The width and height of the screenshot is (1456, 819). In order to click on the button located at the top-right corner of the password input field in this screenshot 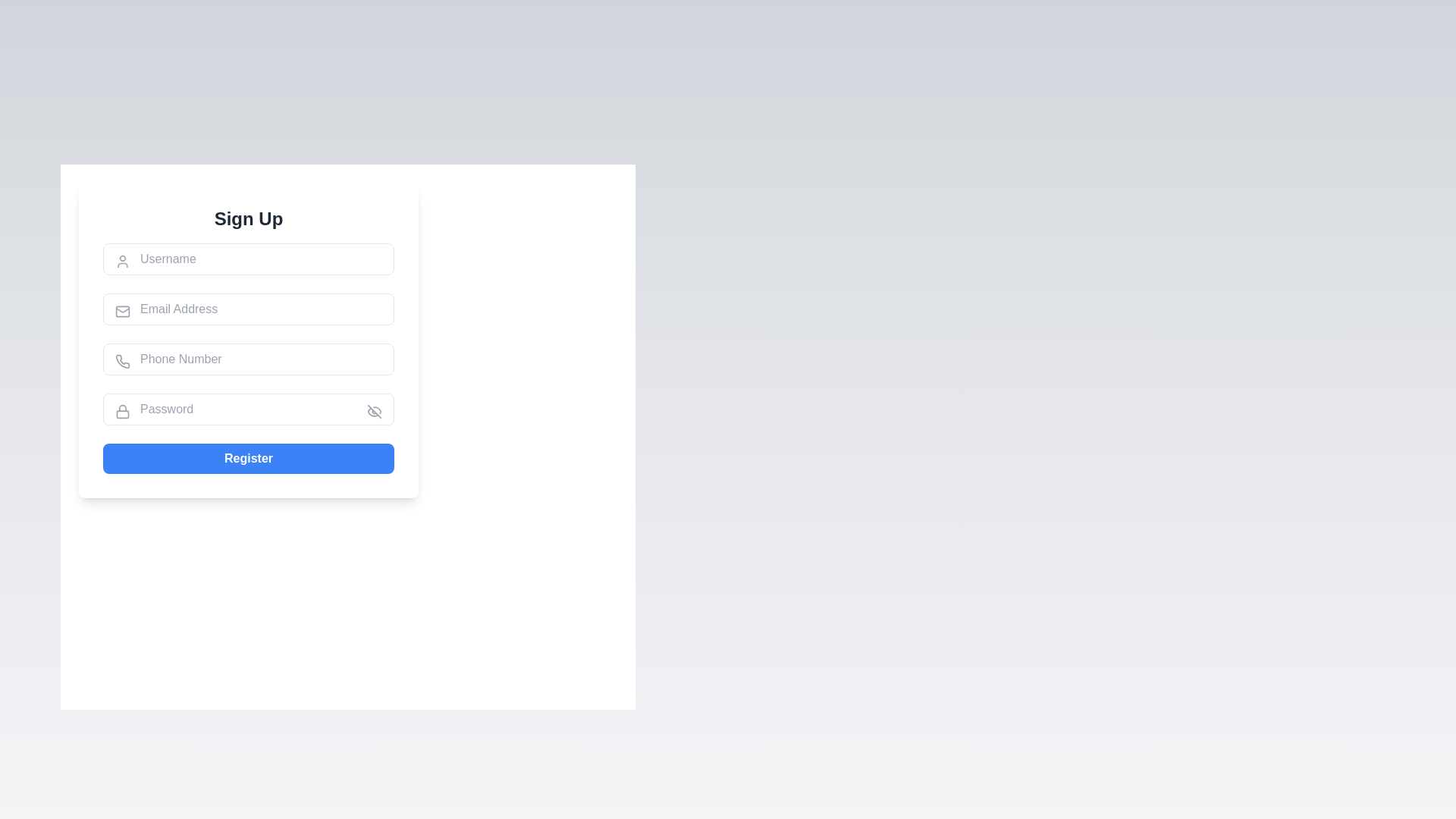, I will do `click(375, 412)`.